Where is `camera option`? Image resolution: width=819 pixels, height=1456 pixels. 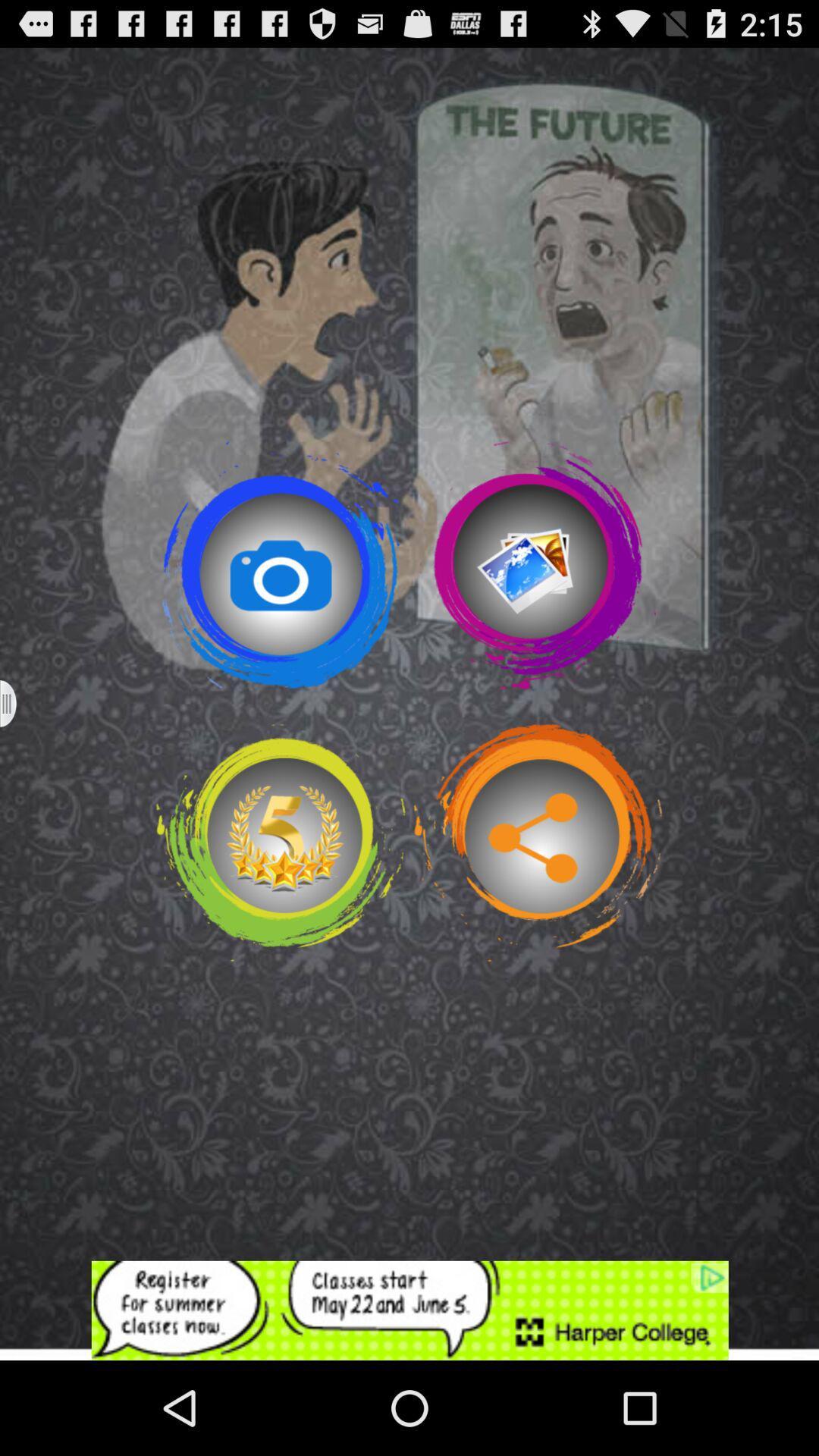 camera option is located at coordinates (281, 564).